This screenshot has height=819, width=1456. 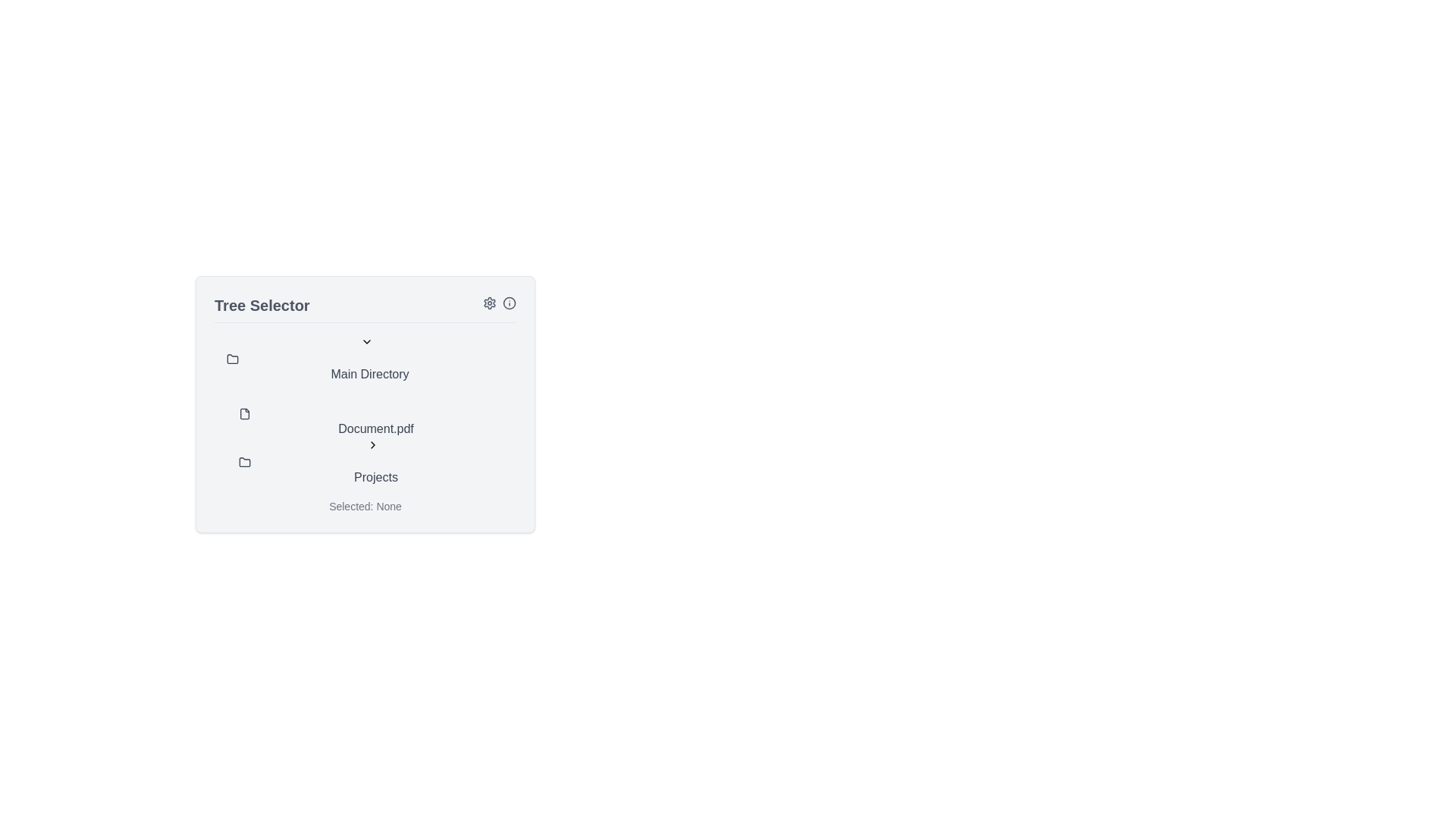 I want to click on the file icon representing 'Document.pdf' in the tree selector interface, located between 'Main Directory' above and 'Projects' below, so click(x=244, y=414).